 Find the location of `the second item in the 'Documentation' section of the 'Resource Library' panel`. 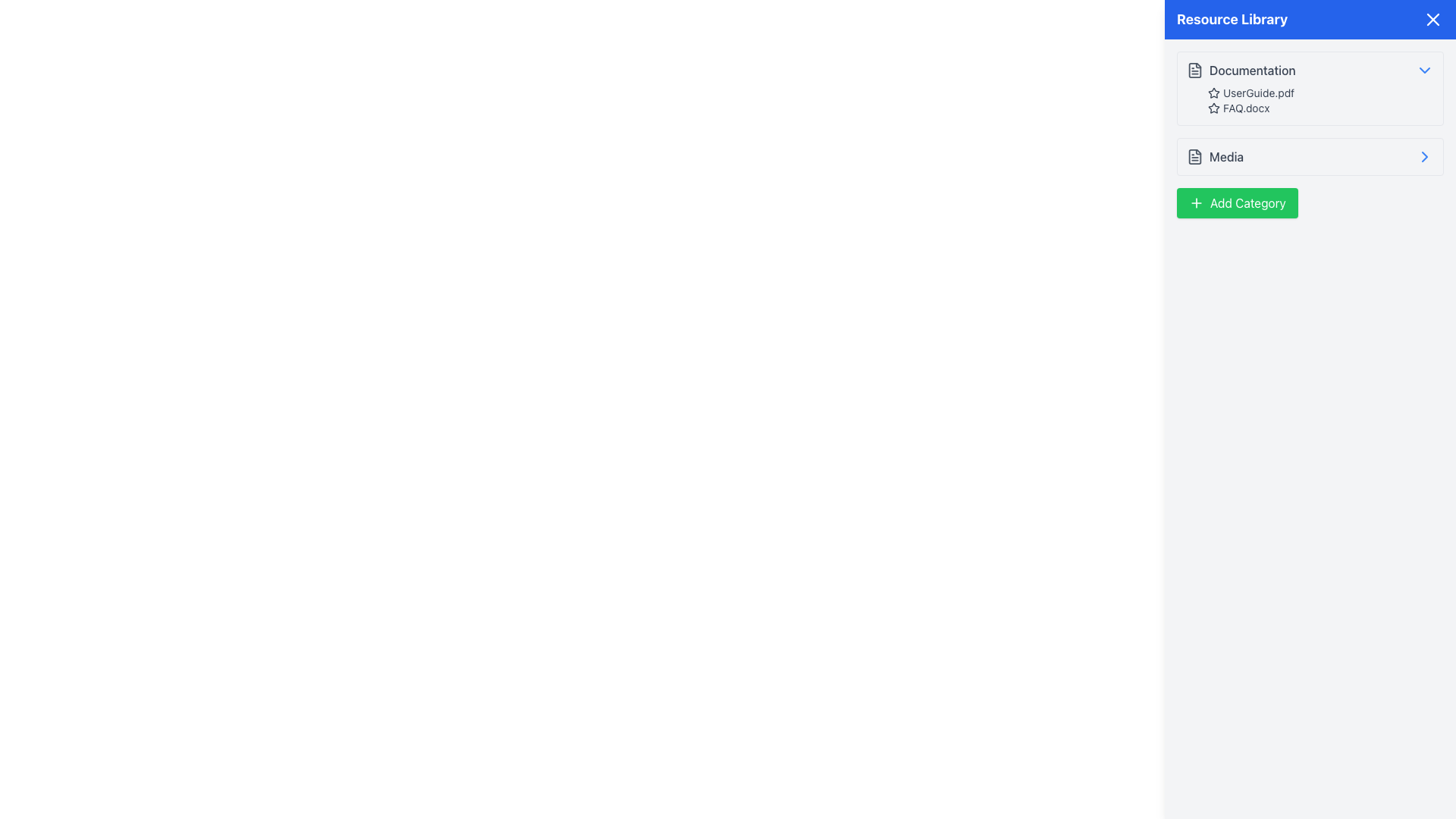

the second item in the 'Documentation' section of the 'Resource Library' panel is located at coordinates (1320, 100).